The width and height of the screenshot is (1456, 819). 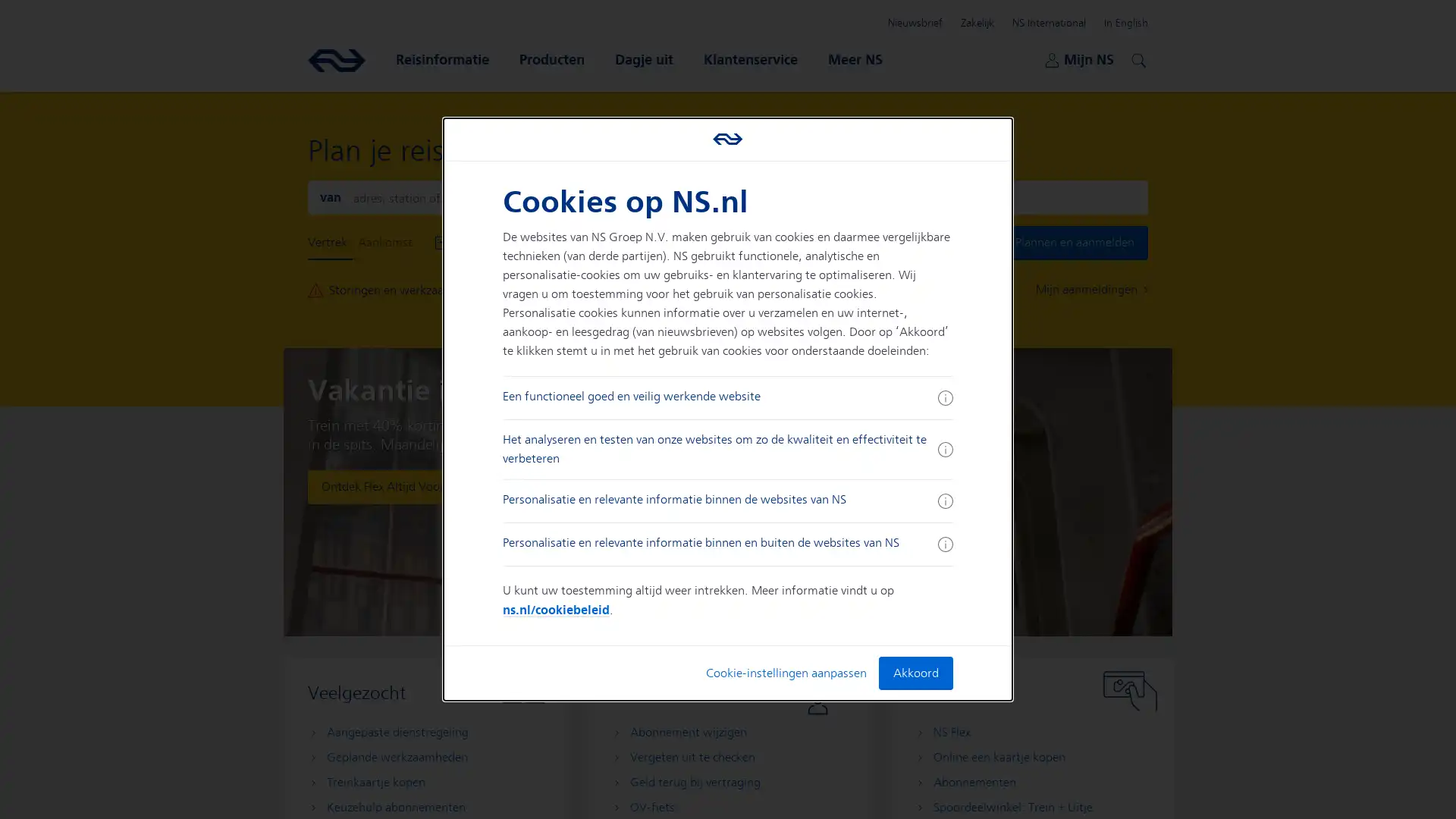 I want to click on Reisinformatie Open submenu, so click(x=441, y=58).